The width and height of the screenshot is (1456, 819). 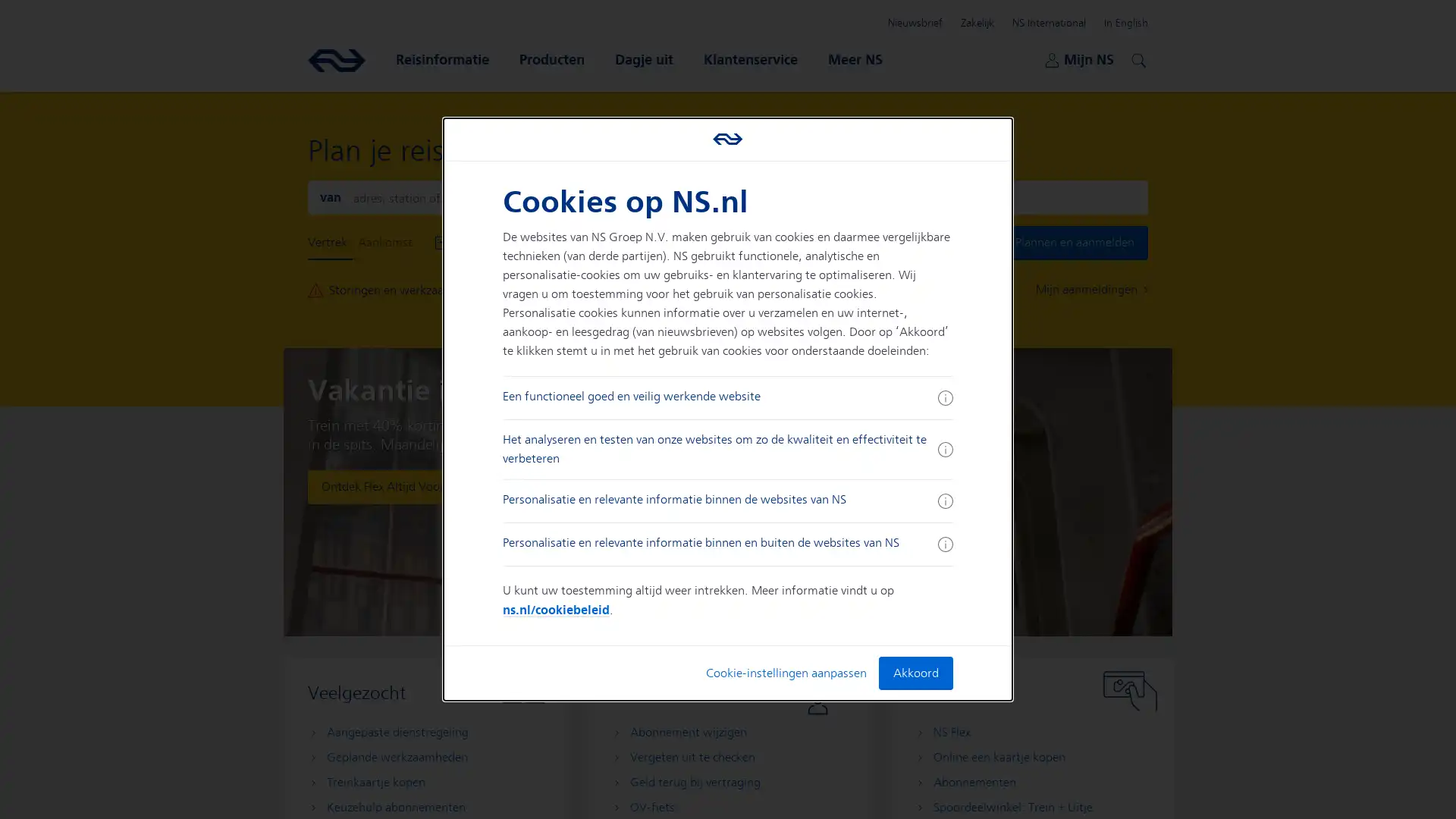 I want to click on Reisinformatie Open submenu, so click(x=441, y=58).